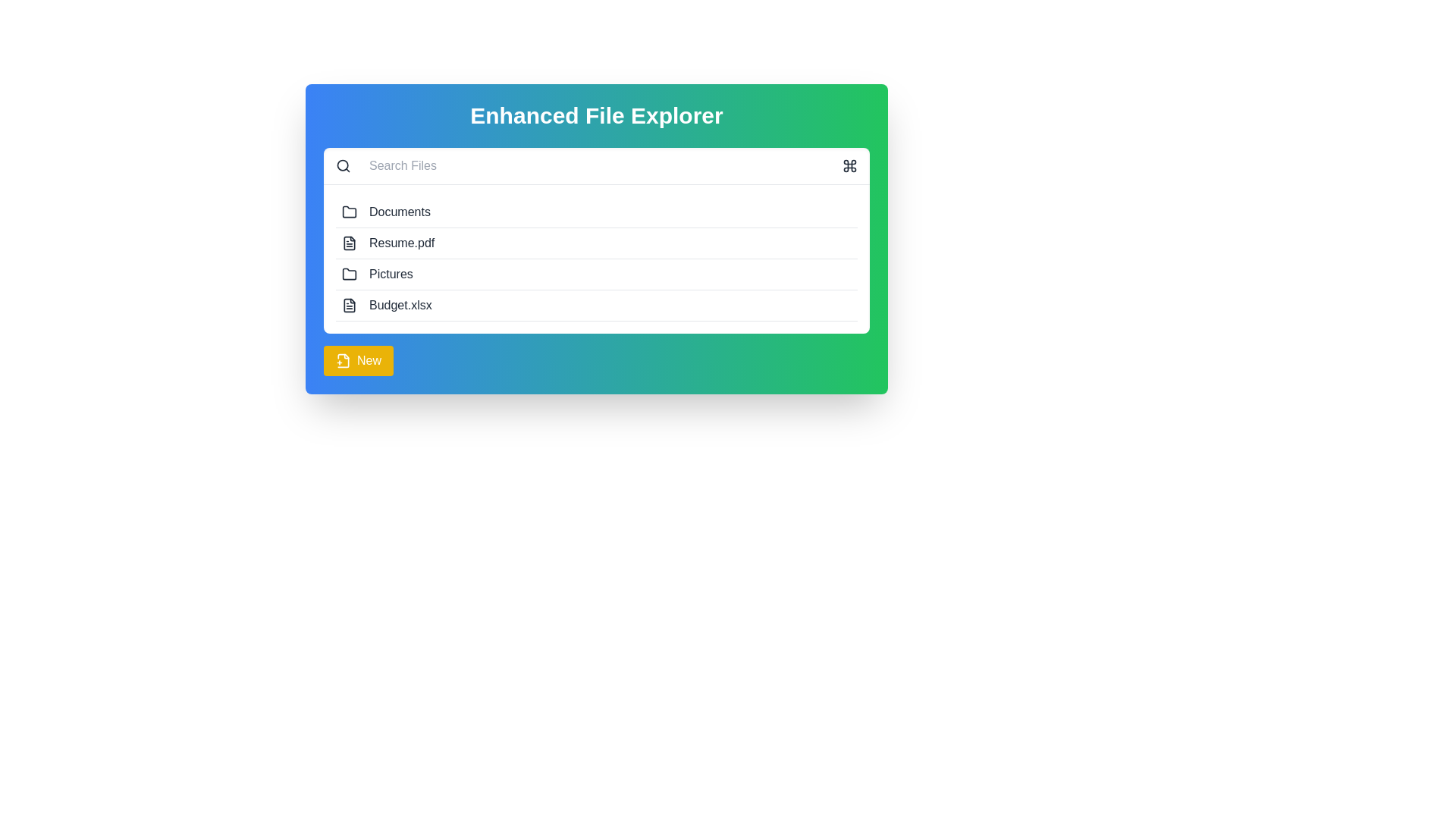 This screenshot has width=1456, height=819. I want to click on the circular icon that resembles a magnifying glass, which is part of the search functionality to the left of the 'Search Files' text input field, so click(342, 165).